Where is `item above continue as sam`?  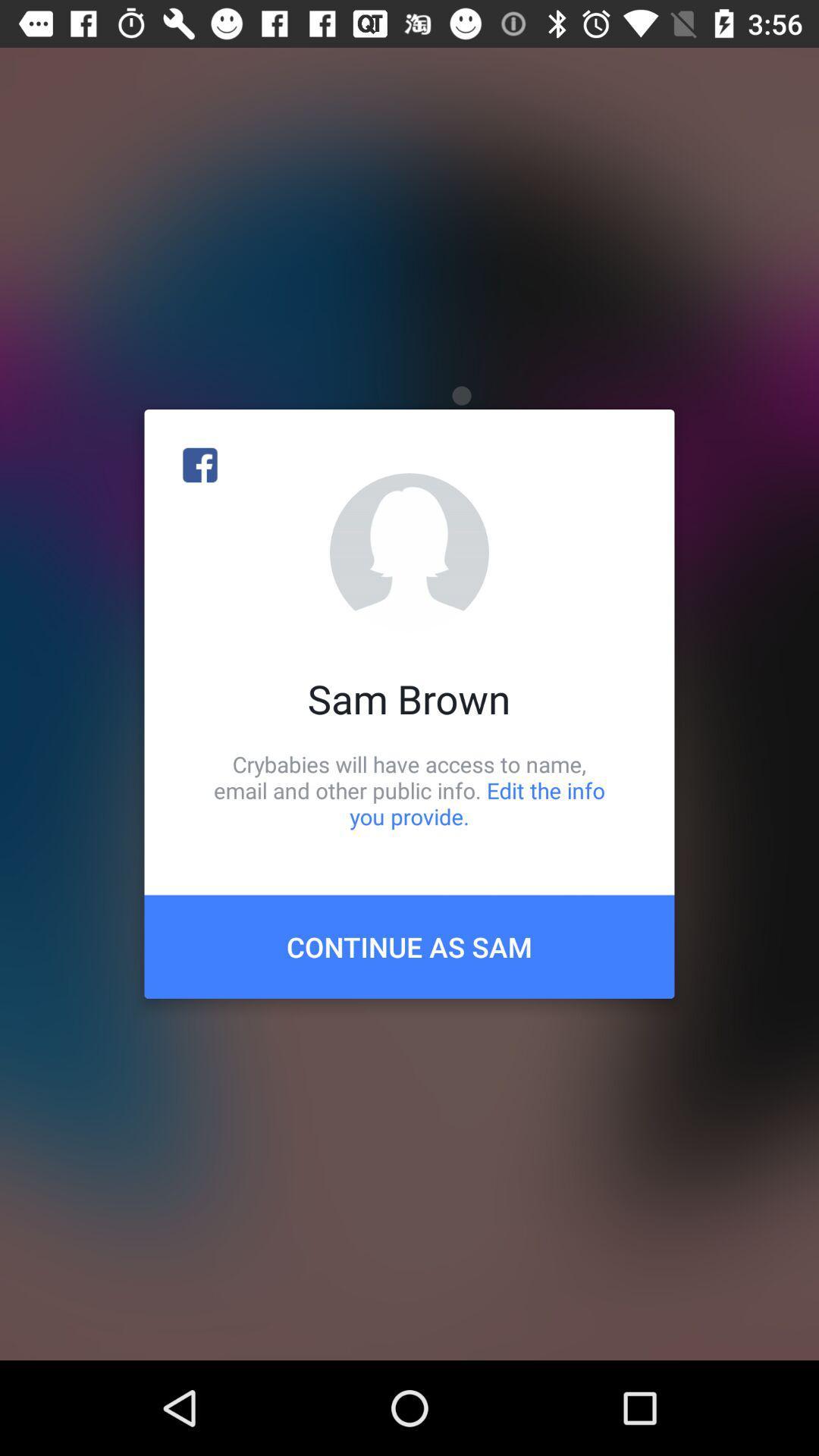 item above continue as sam is located at coordinates (409, 789).